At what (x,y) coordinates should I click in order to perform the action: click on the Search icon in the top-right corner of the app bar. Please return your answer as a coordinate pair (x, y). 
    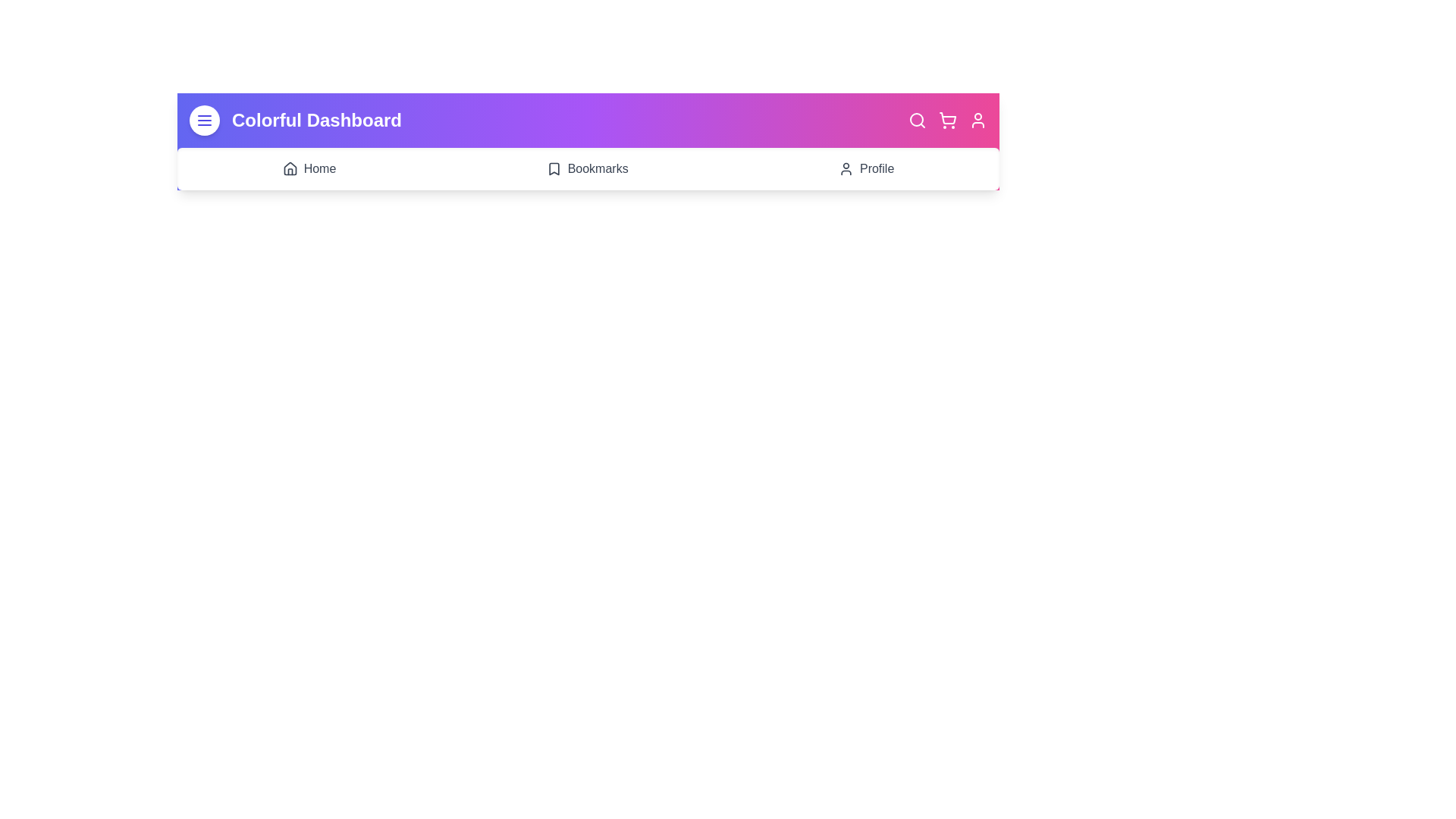
    Looking at the image, I should click on (916, 119).